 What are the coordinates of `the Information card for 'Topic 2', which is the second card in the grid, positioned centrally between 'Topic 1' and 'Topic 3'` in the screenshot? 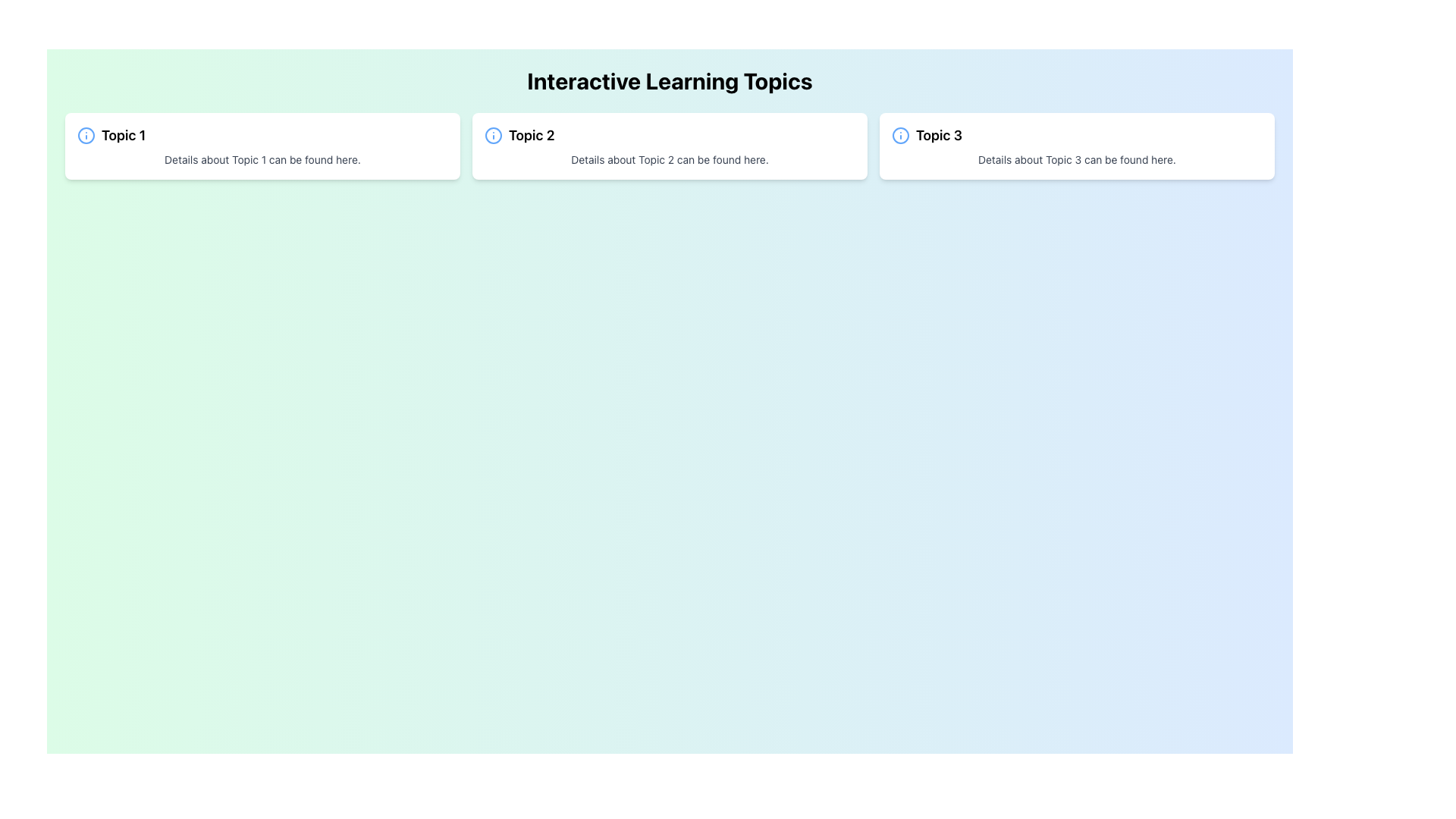 It's located at (669, 146).